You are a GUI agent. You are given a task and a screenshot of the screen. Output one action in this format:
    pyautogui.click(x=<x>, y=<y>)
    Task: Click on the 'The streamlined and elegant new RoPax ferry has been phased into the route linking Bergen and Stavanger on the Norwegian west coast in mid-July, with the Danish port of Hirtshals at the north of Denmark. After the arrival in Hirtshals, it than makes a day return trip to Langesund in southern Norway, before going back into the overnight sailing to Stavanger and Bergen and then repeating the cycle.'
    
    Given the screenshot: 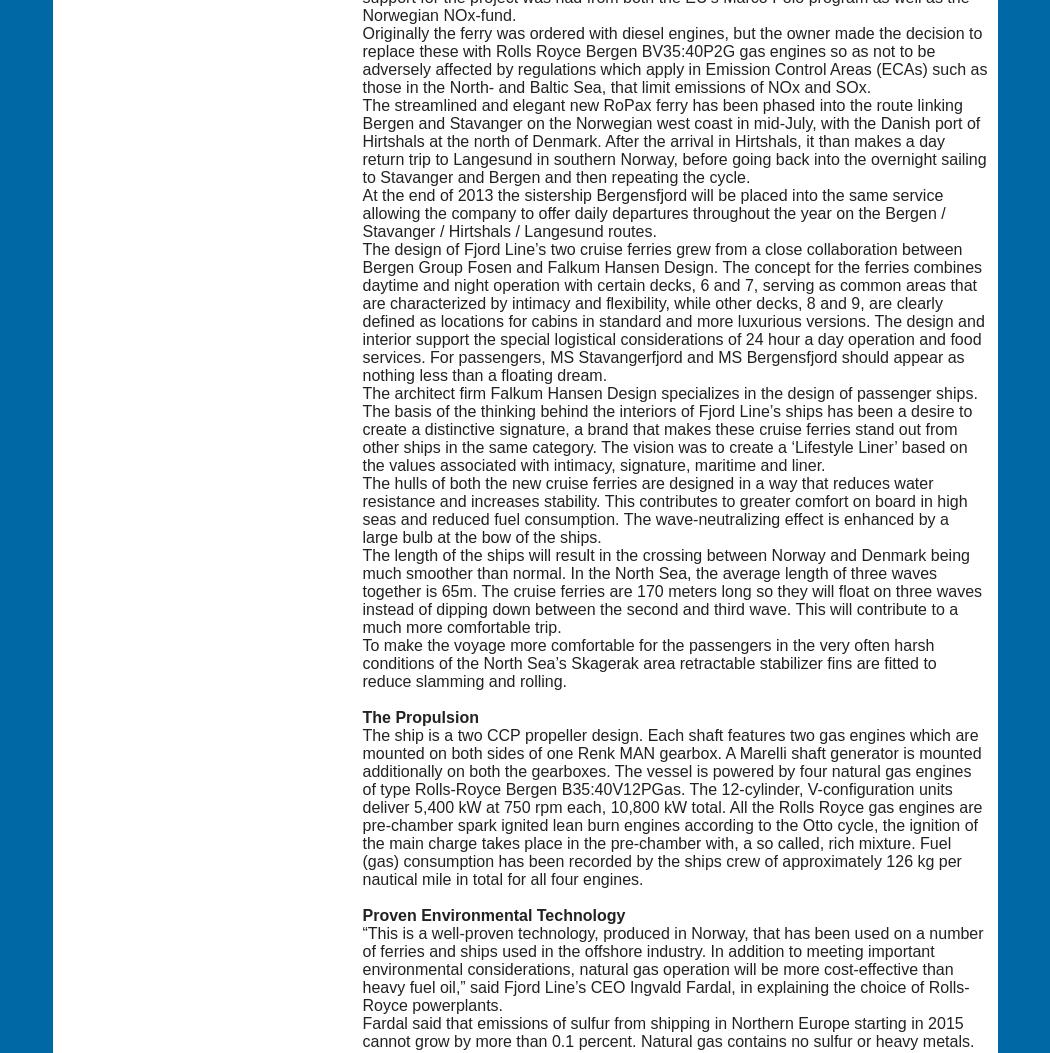 What is the action you would take?
    pyautogui.click(x=672, y=140)
    